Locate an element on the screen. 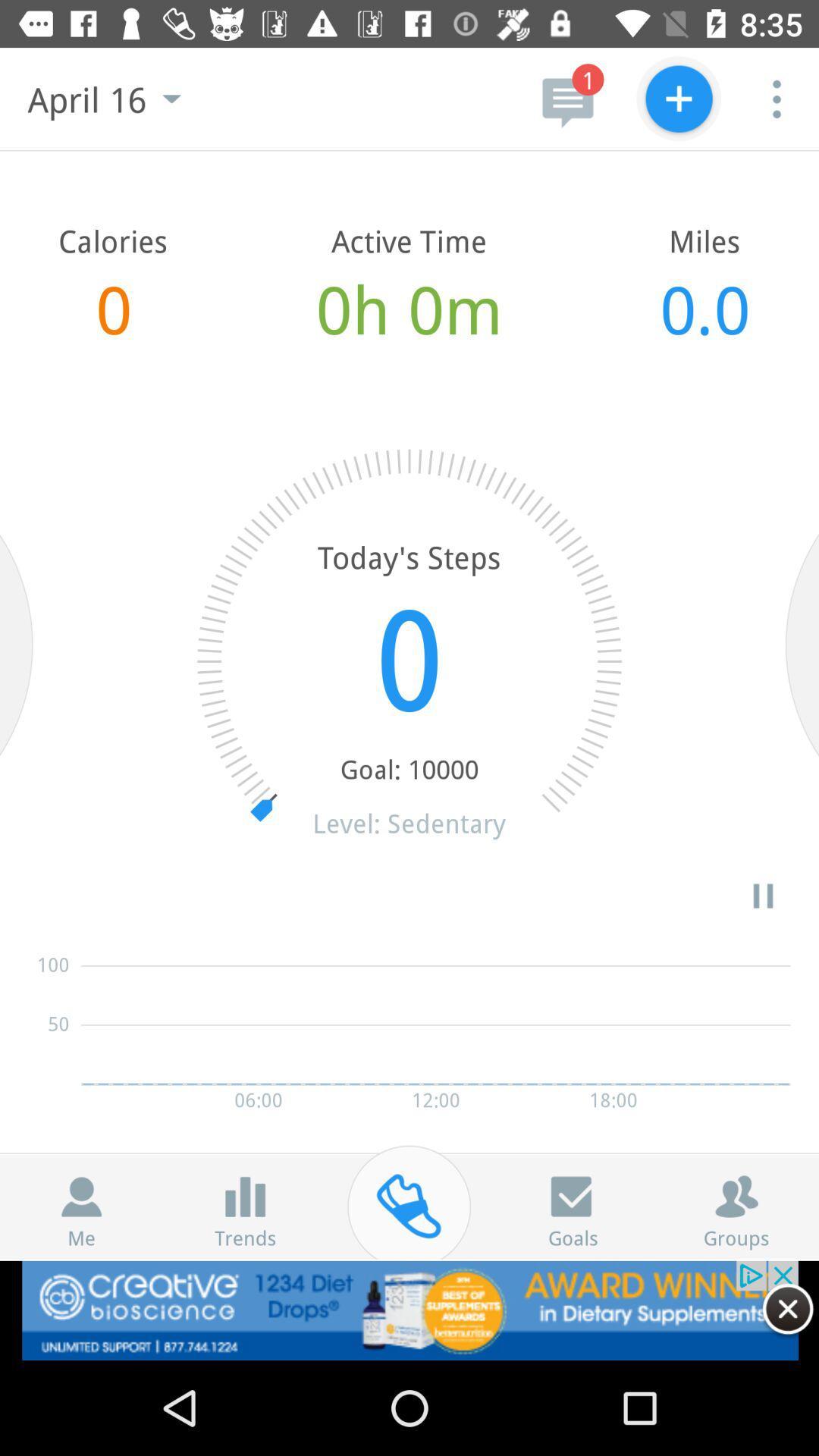 The image size is (819, 1456). the check icon is located at coordinates (573, 1196).